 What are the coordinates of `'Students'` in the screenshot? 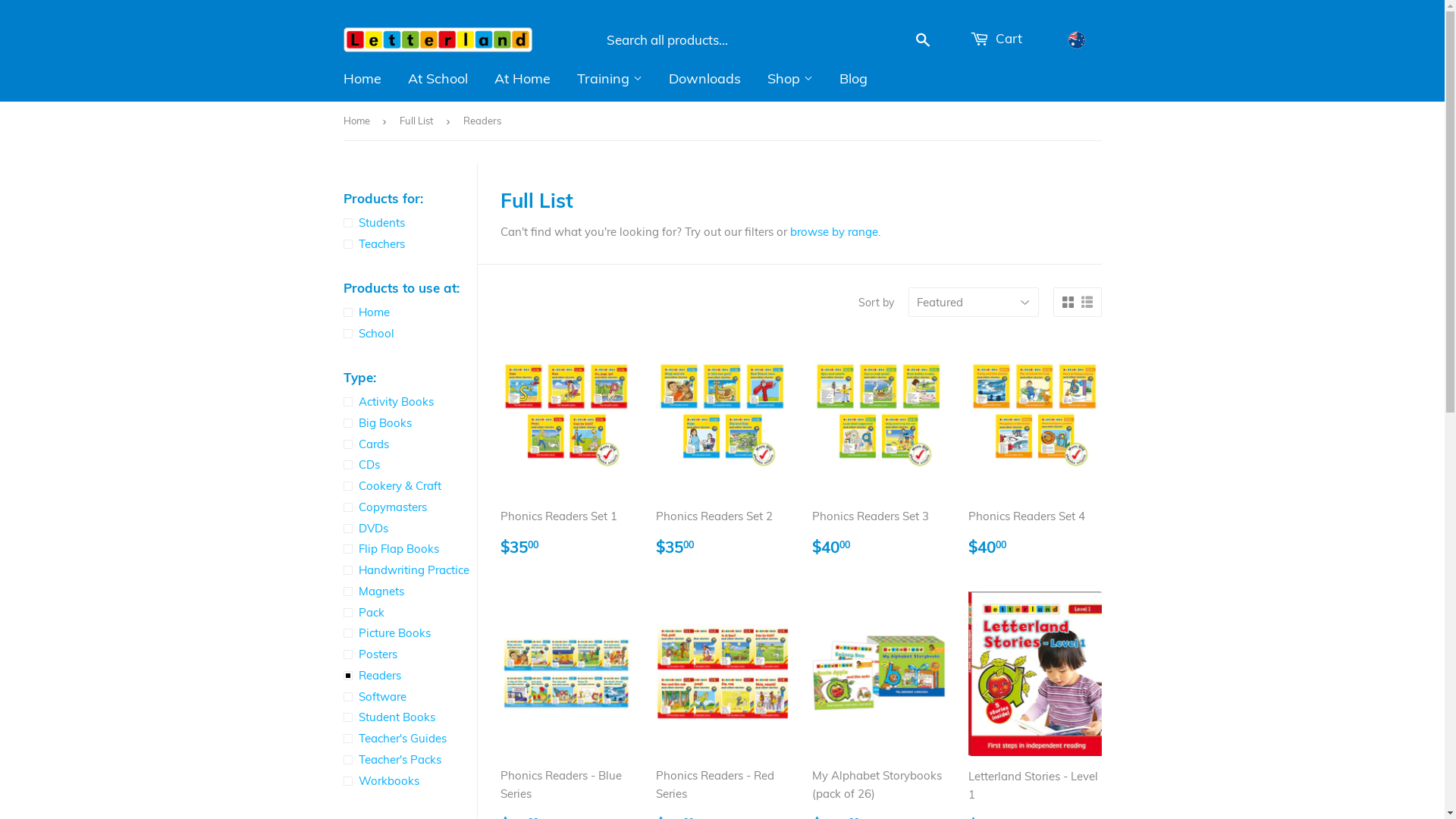 It's located at (409, 222).